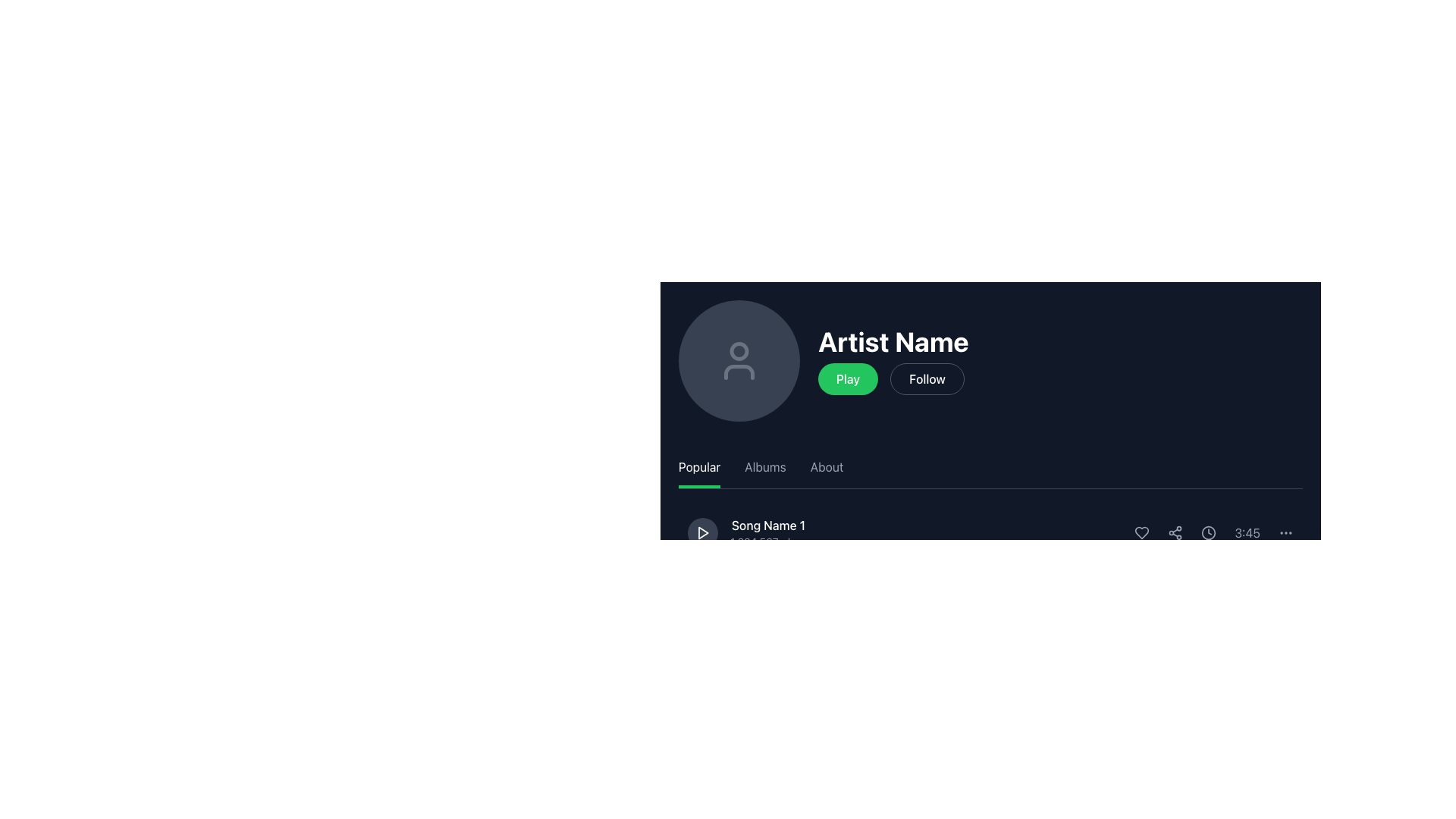  I want to click on the 'Follow' button, which is a dark-colored rounded rectangular button with a white border change effect, located near the top-right section of the artist's profile, so click(927, 378).